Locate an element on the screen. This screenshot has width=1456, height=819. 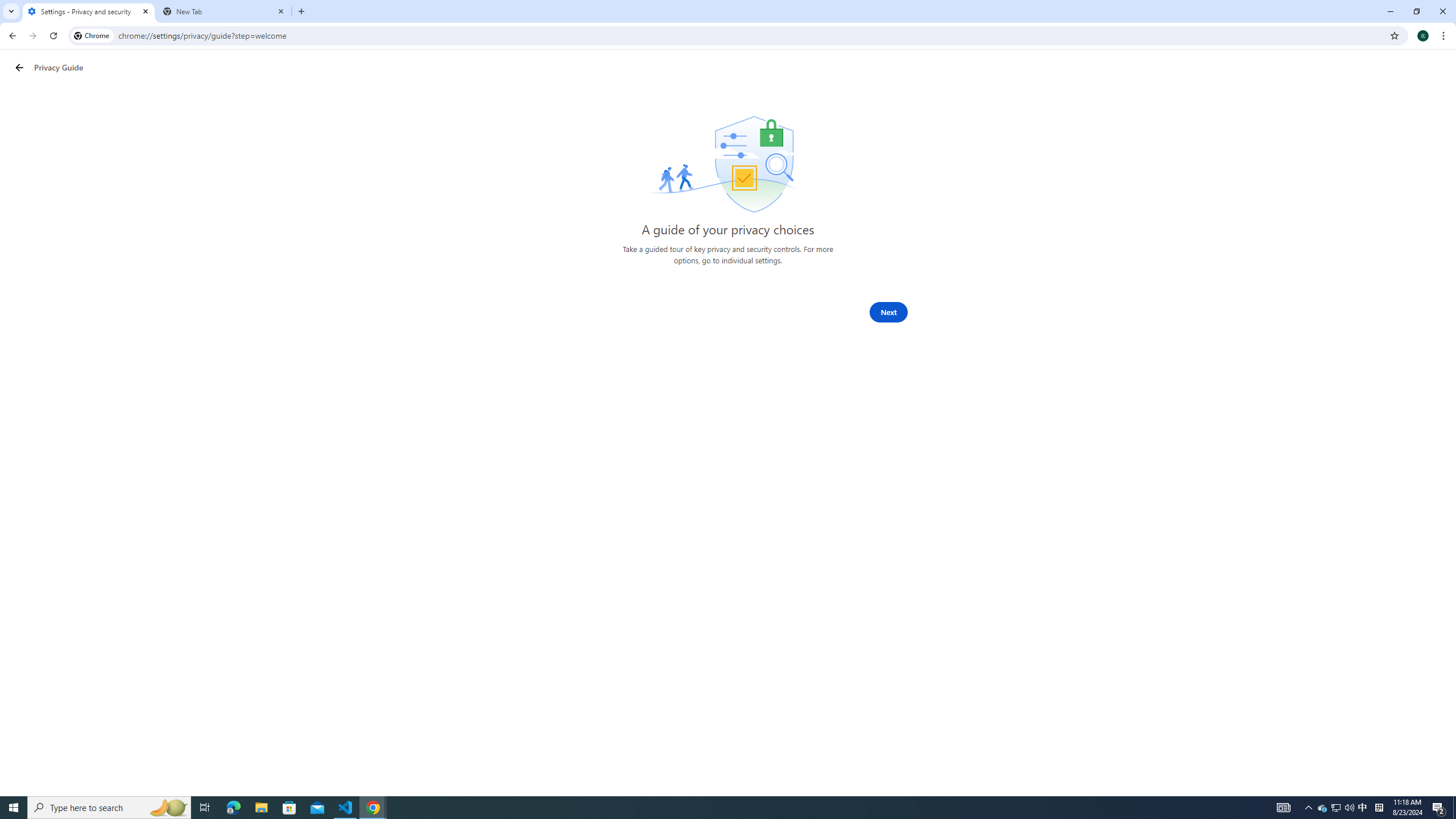
'Privacy Guide back button' is located at coordinates (19, 67).